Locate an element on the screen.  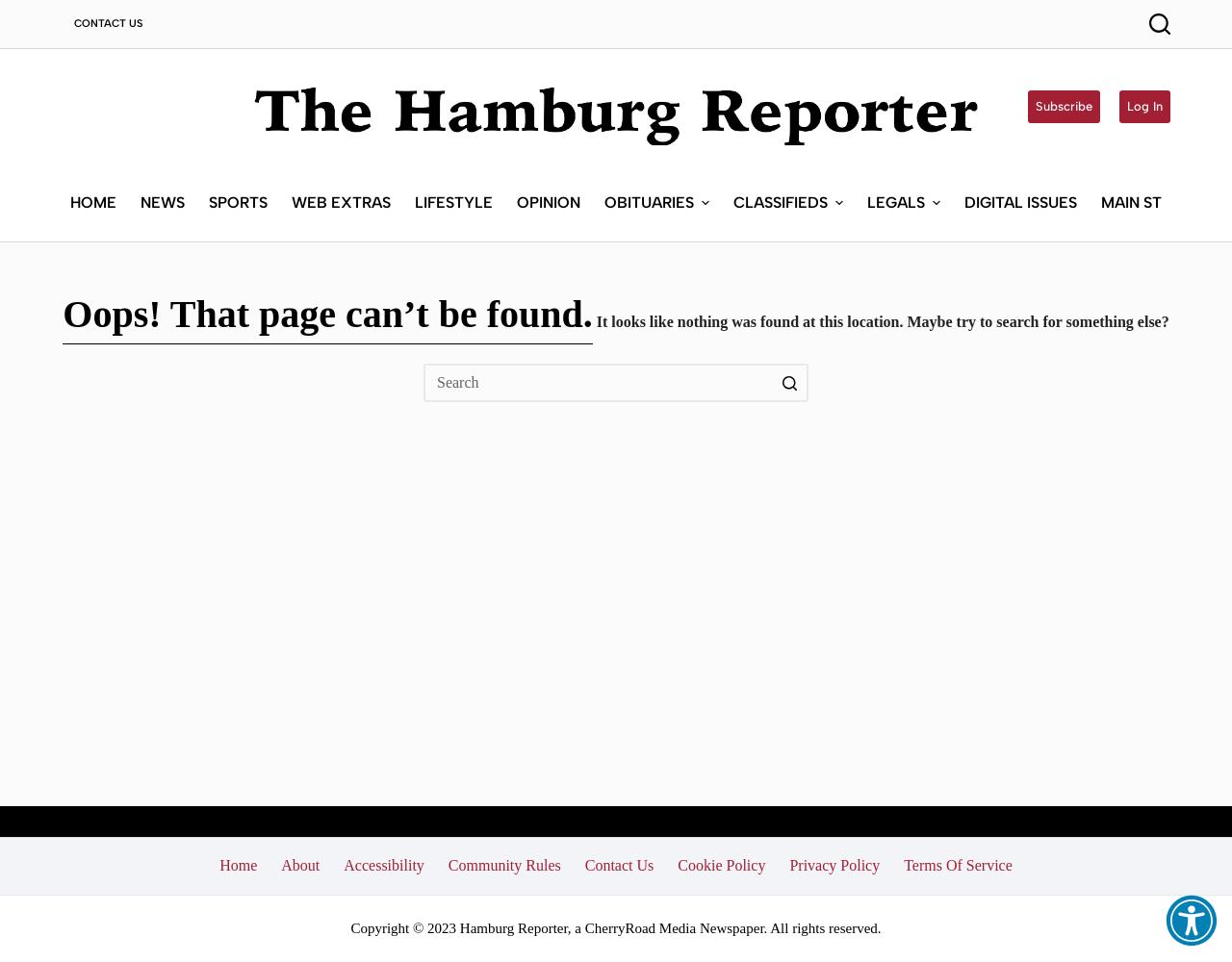
'Main St' is located at coordinates (1131, 200).